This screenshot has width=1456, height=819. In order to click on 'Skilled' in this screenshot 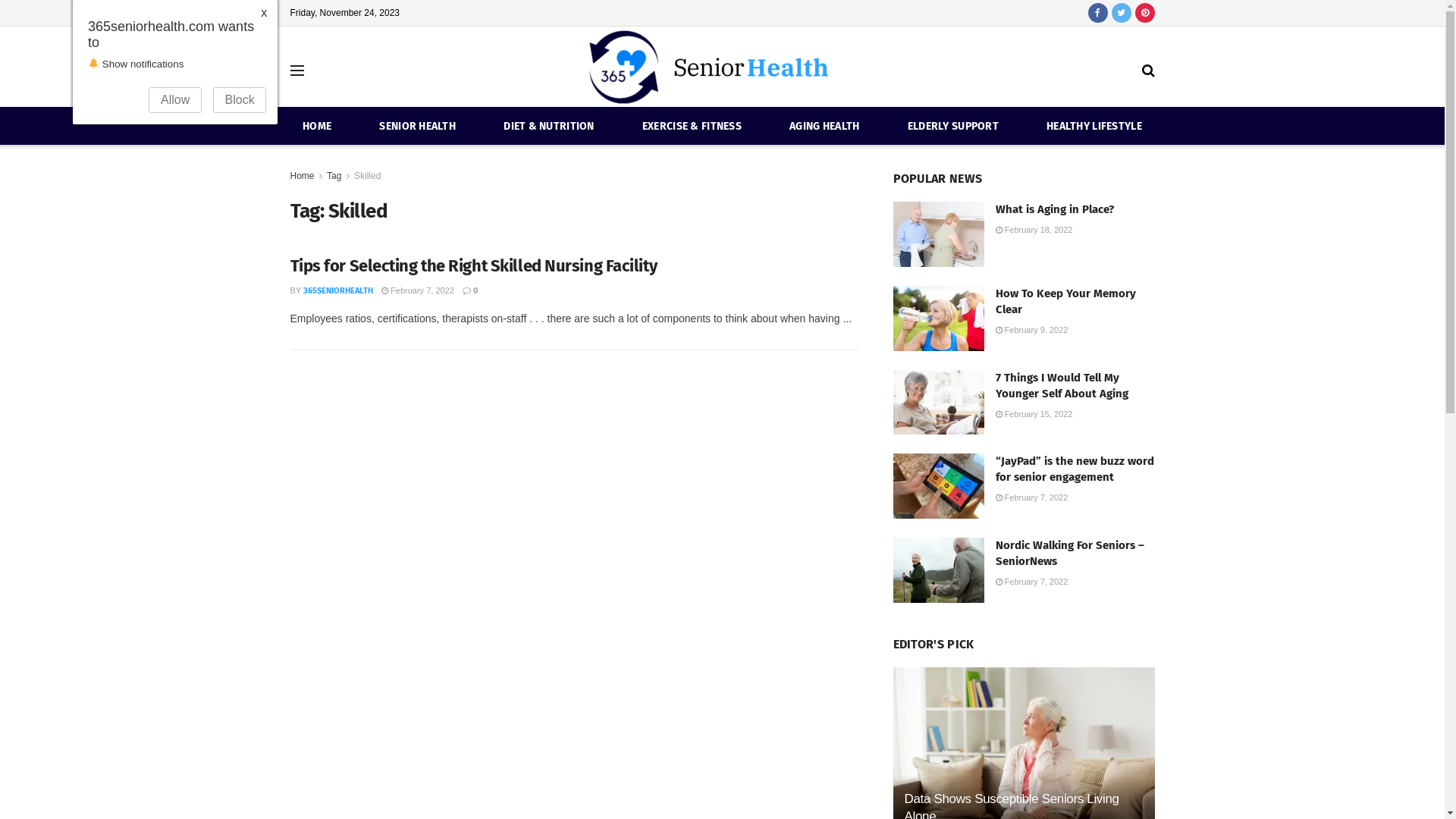, I will do `click(367, 174)`.